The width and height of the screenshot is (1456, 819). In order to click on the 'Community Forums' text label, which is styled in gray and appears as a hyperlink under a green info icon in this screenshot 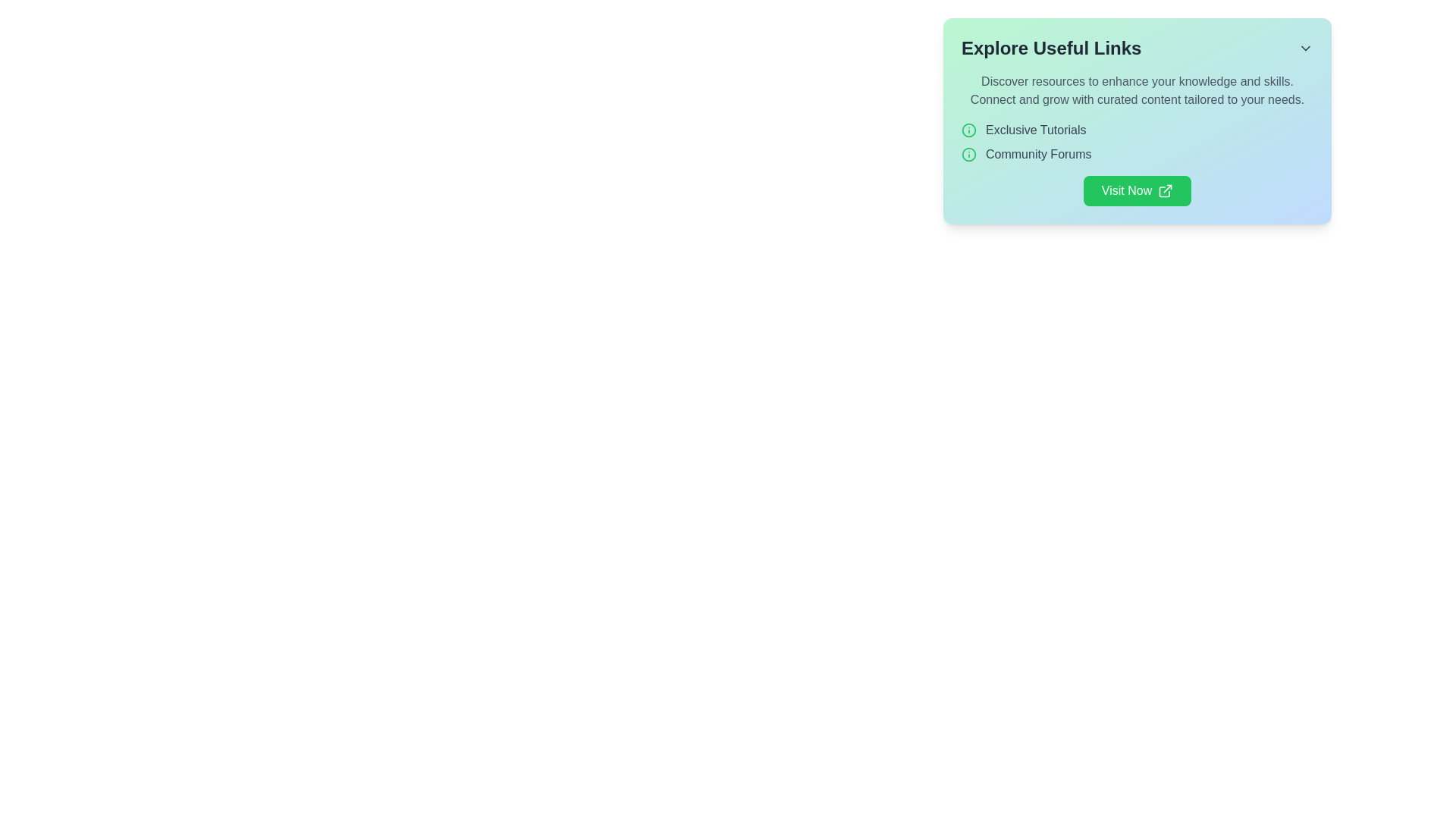, I will do `click(1037, 155)`.